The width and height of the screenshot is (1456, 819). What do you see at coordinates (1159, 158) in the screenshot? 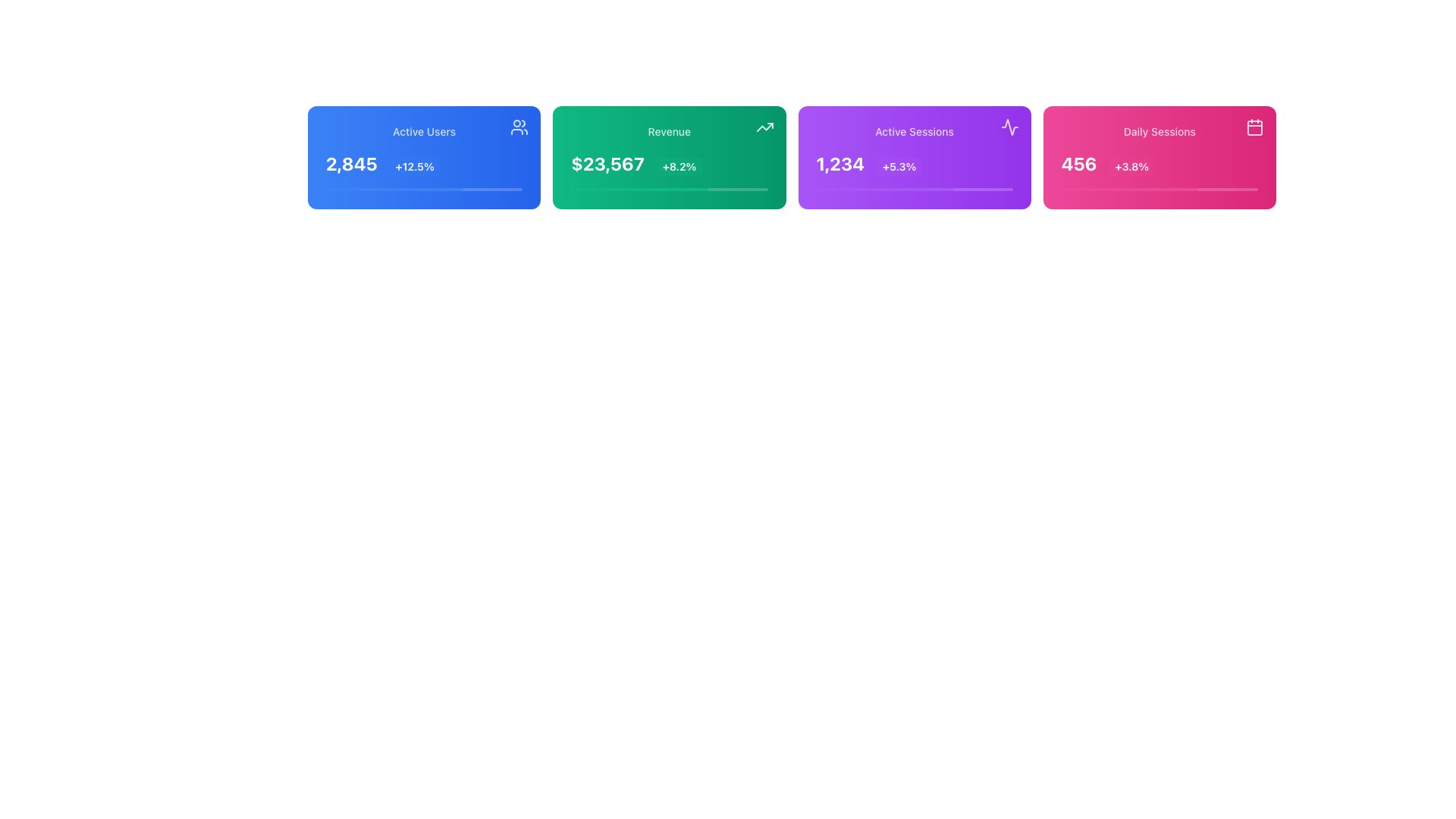
I see `the 'Daily Sessions' informational card located in the fourth column of the grid layout` at bounding box center [1159, 158].